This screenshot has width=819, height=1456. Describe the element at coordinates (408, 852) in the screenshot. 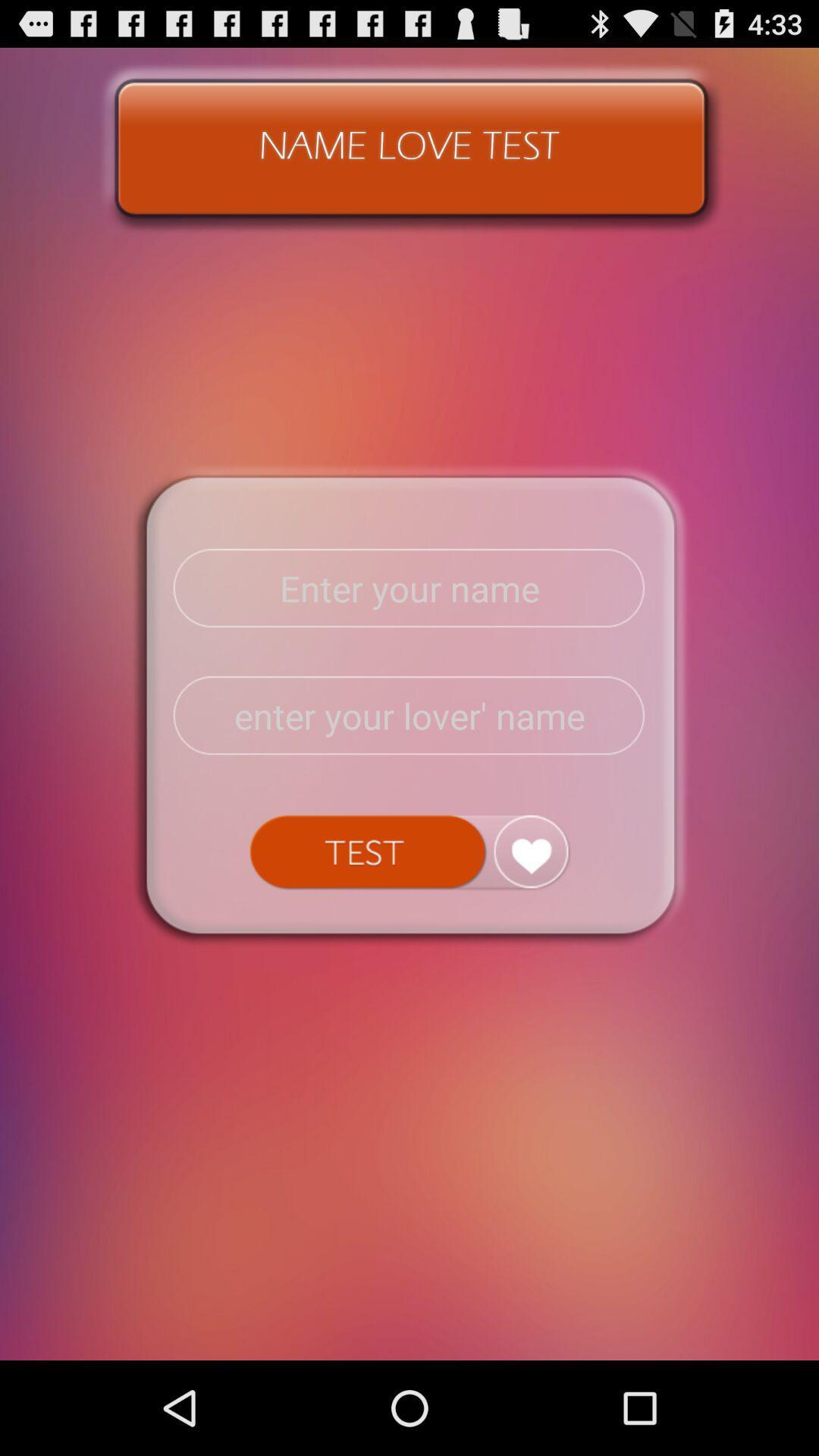

I see `test button` at that location.